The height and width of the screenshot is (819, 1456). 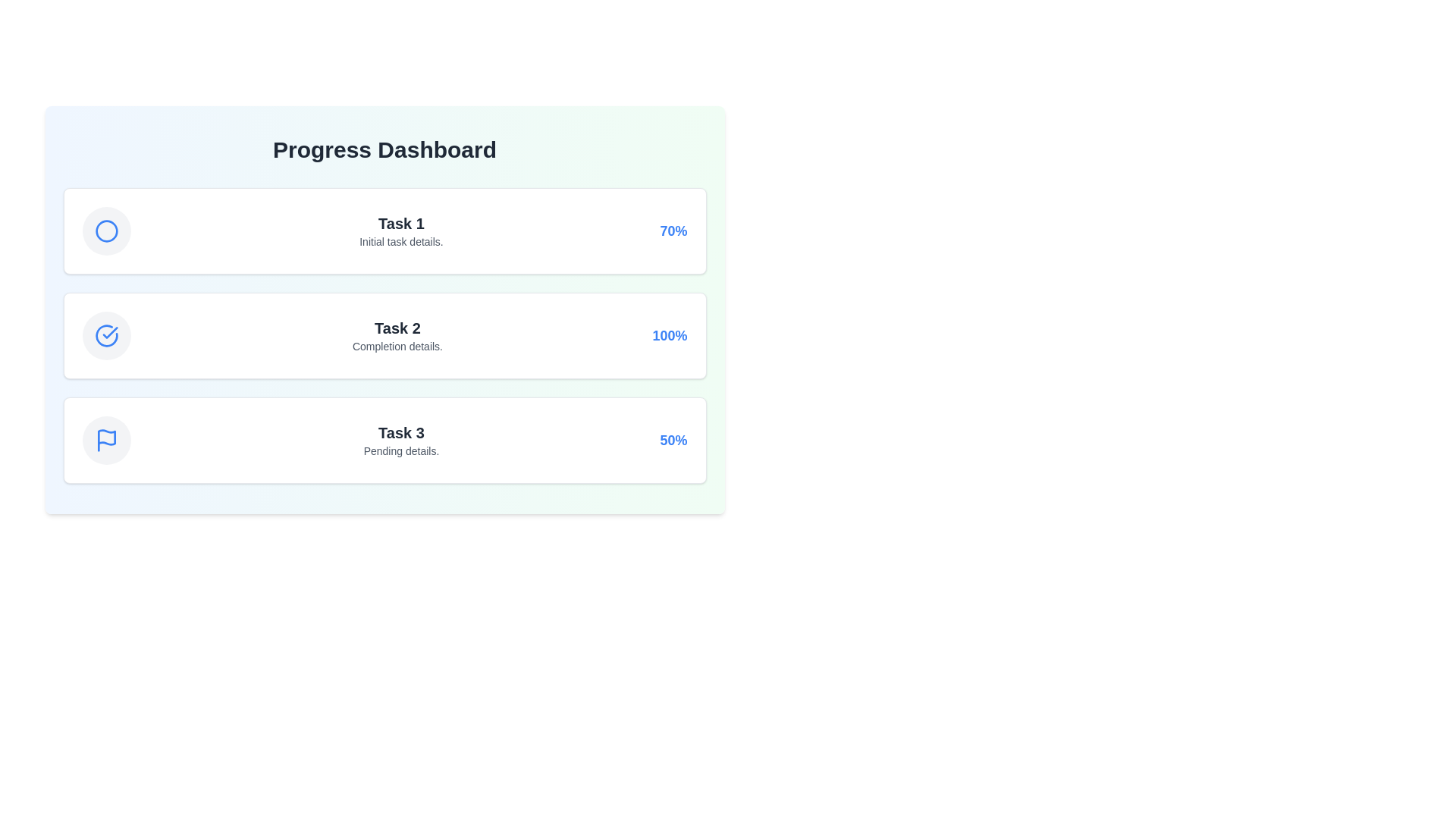 What do you see at coordinates (109, 332) in the screenshot?
I see `the Checkmark icon indicating the completion status of Task 2 in the vertical tasks list` at bounding box center [109, 332].